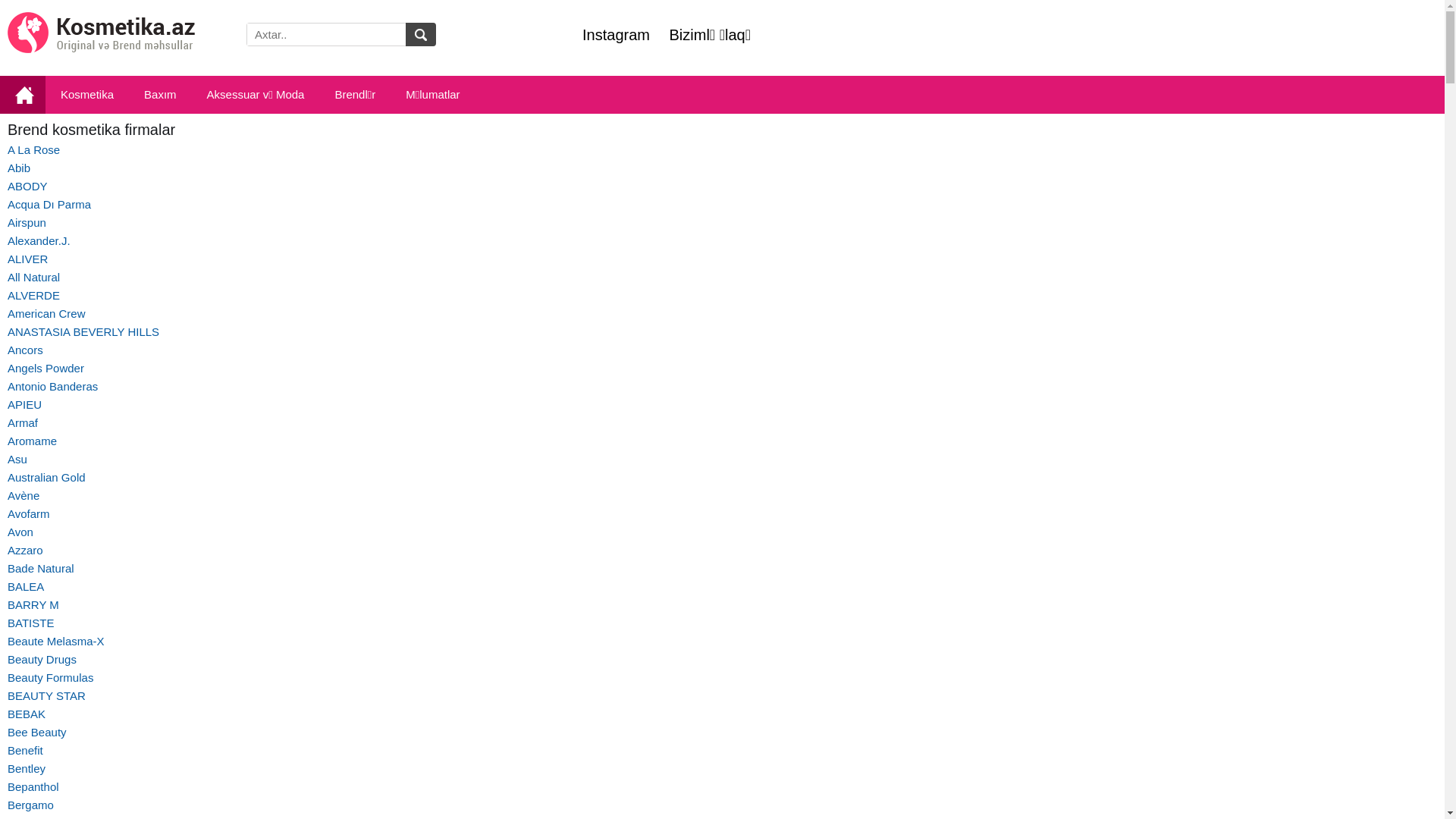  What do you see at coordinates (25, 585) in the screenshot?
I see `'BALEA'` at bounding box center [25, 585].